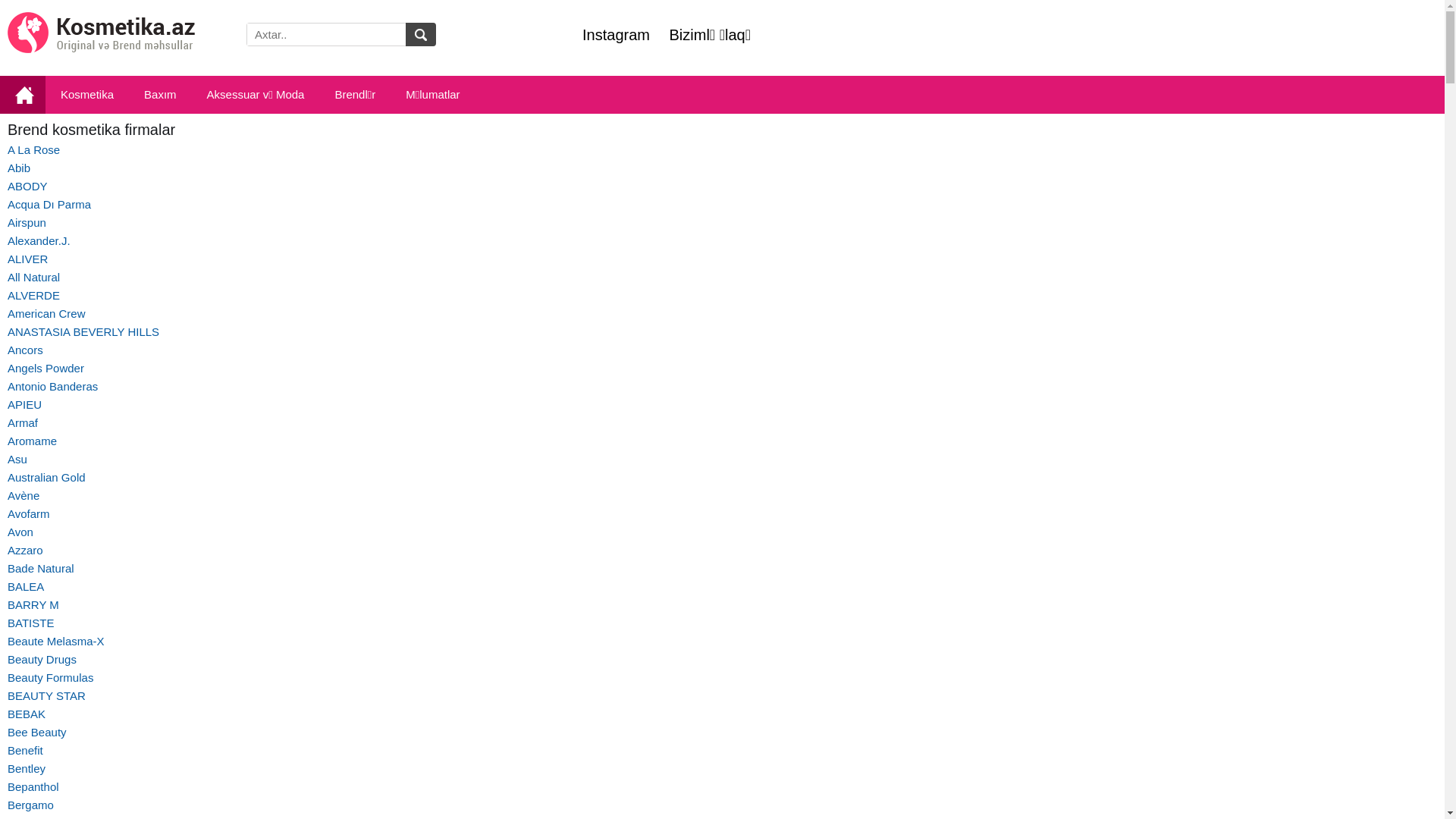  What do you see at coordinates (25, 585) in the screenshot?
I see `'BALEA'` at bounding box center [25, 585].